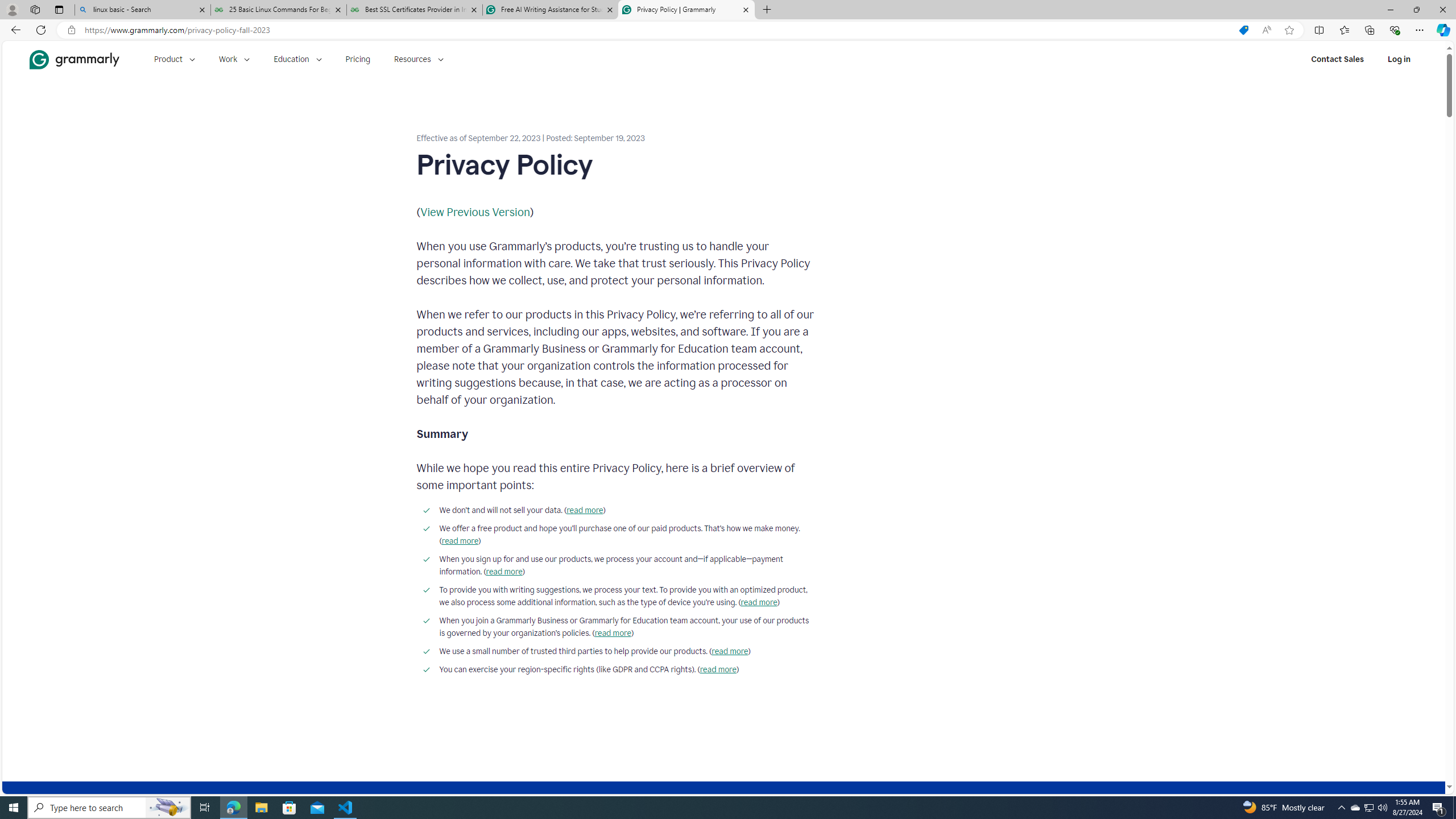  I want to click on 'Grammarly Home', so click(74, 59).